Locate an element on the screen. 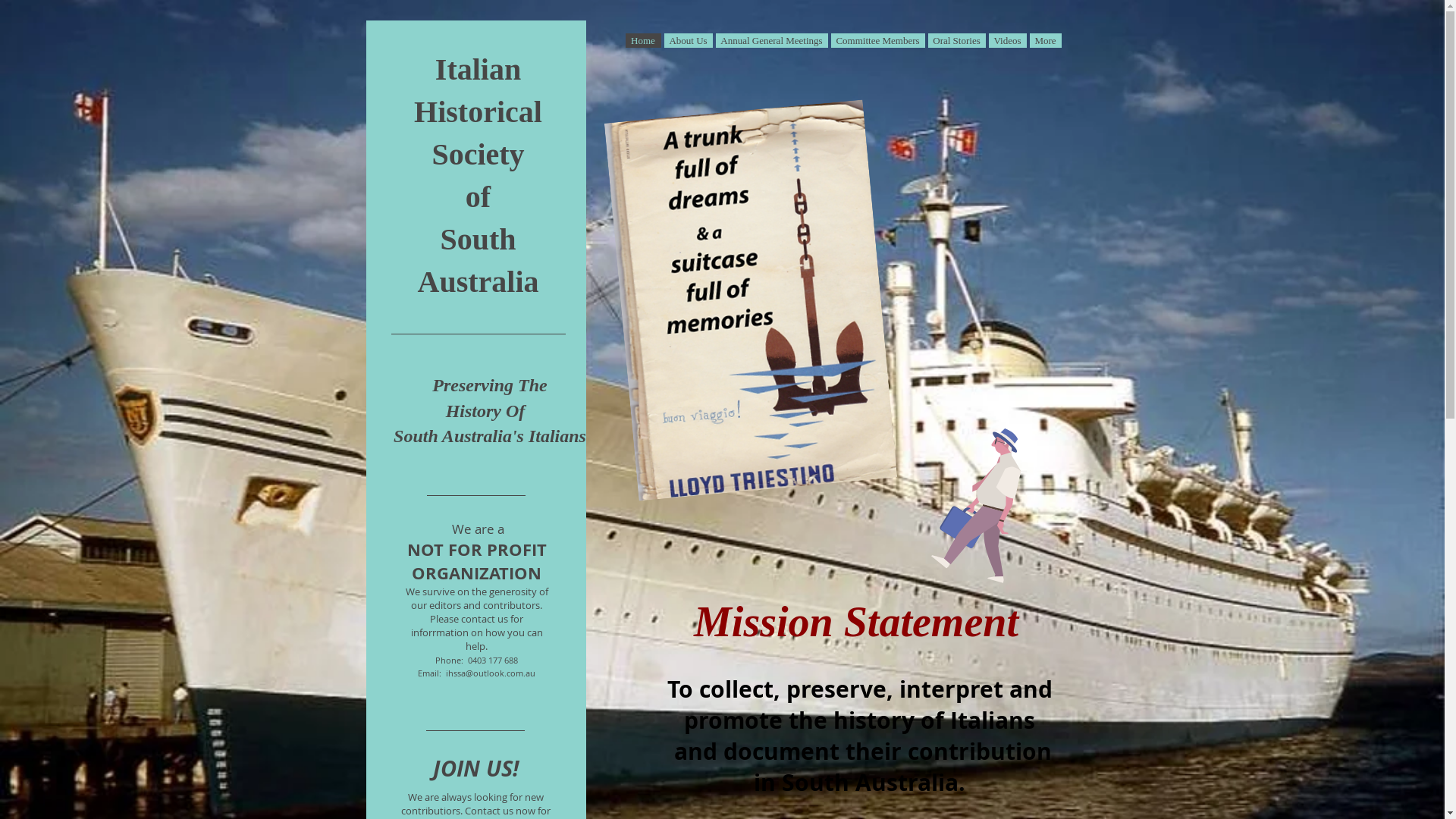 Image resolution: width=1456 pixels, height=819 pixels. 'Oral Stories' is located at coordinates (927, 39).